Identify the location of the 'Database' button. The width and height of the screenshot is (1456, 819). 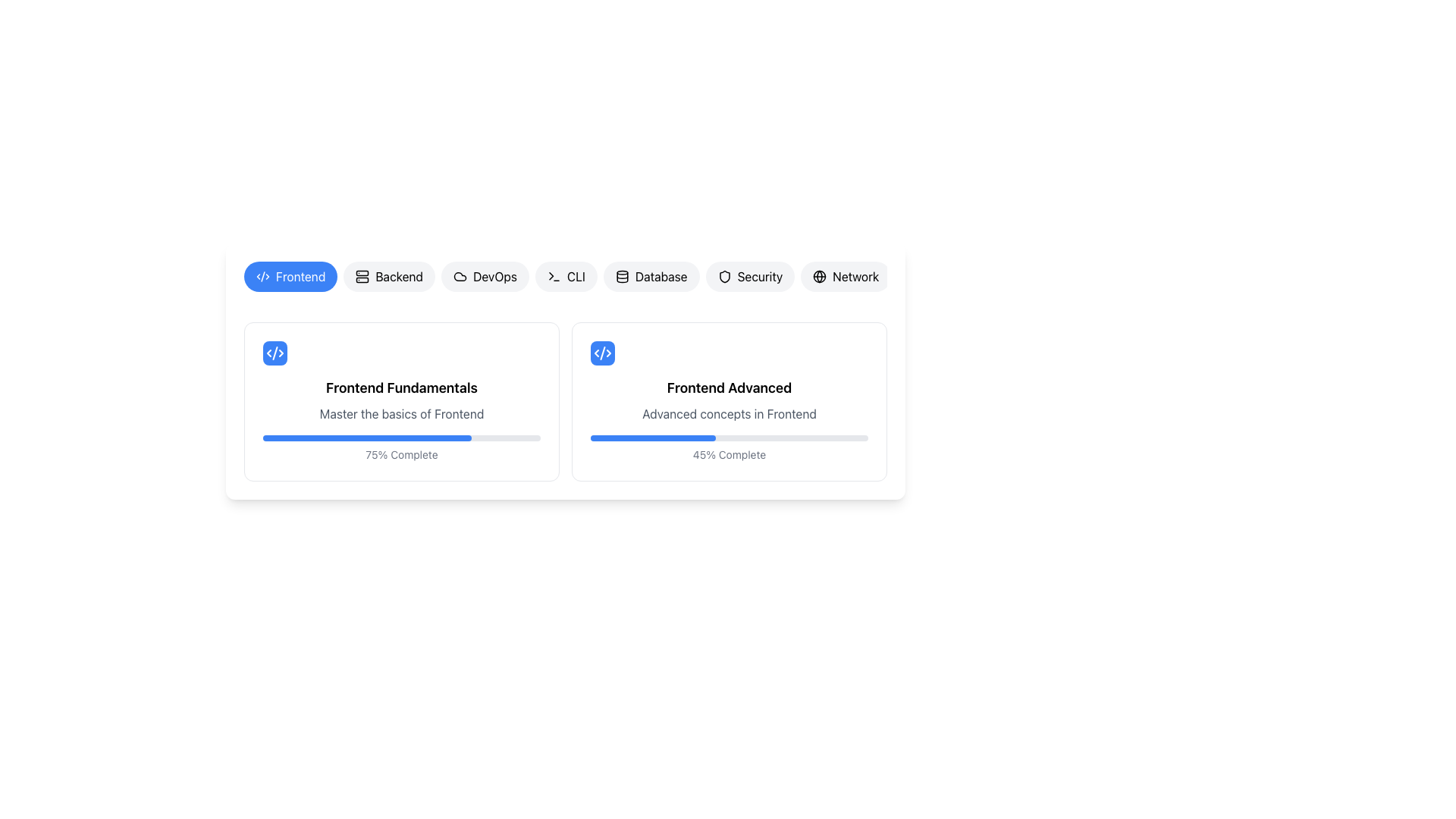
(651, 277).